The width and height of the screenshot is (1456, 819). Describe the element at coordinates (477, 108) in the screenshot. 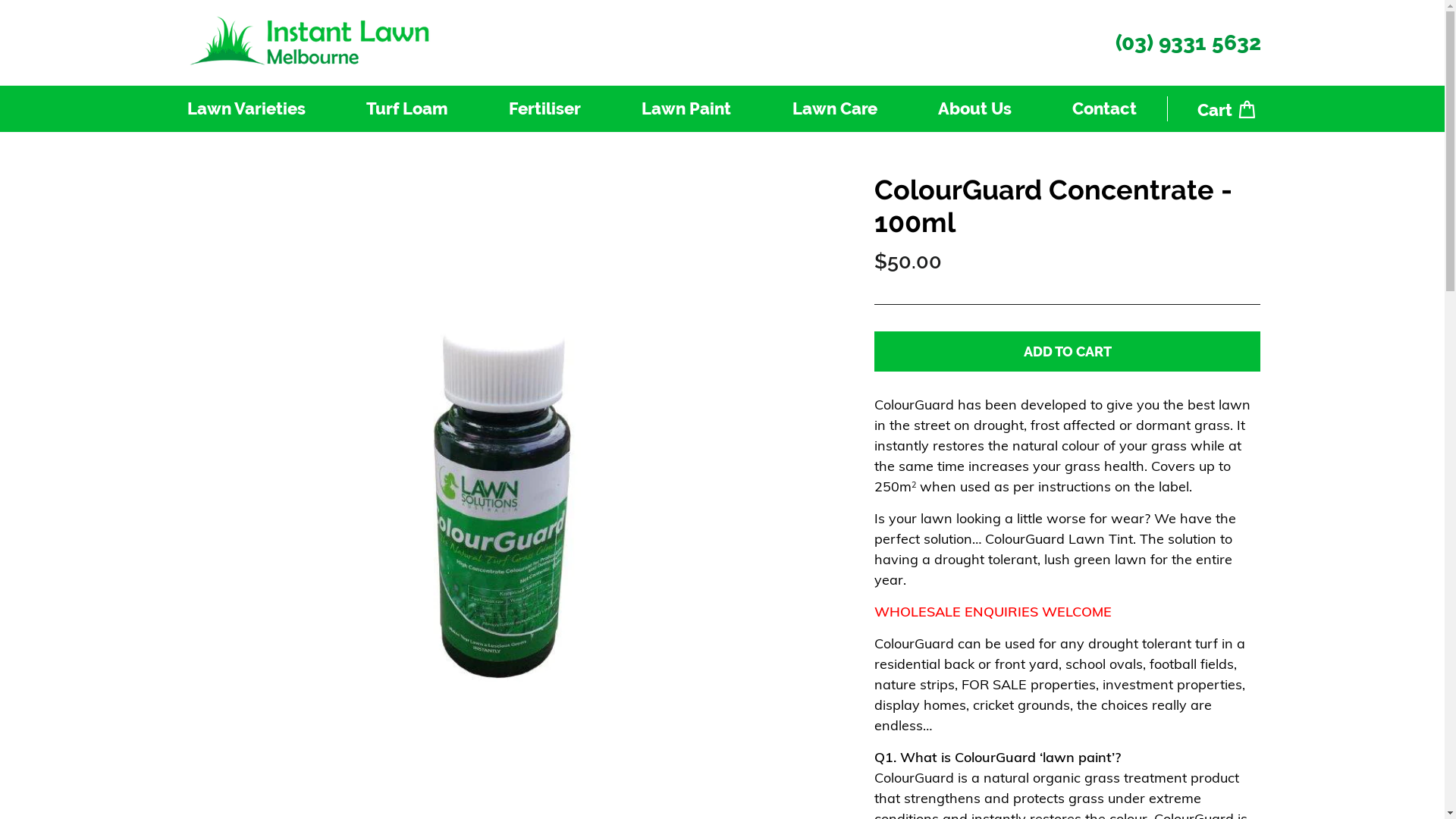

I see `'Fertiliser'` at that location.